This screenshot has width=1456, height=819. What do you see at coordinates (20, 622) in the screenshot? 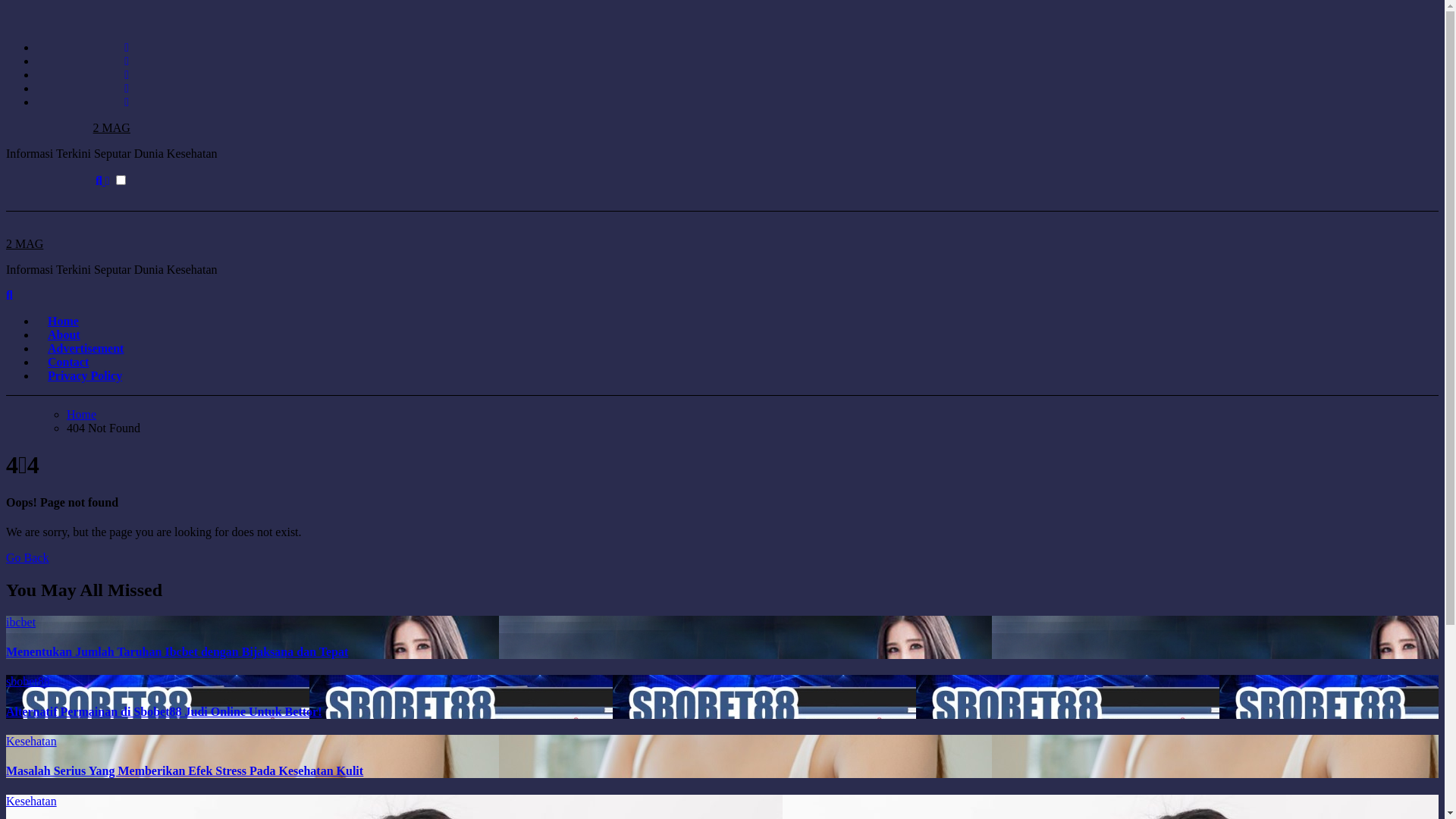
I see `'ibcbet'` at bounding box center [20, 622].